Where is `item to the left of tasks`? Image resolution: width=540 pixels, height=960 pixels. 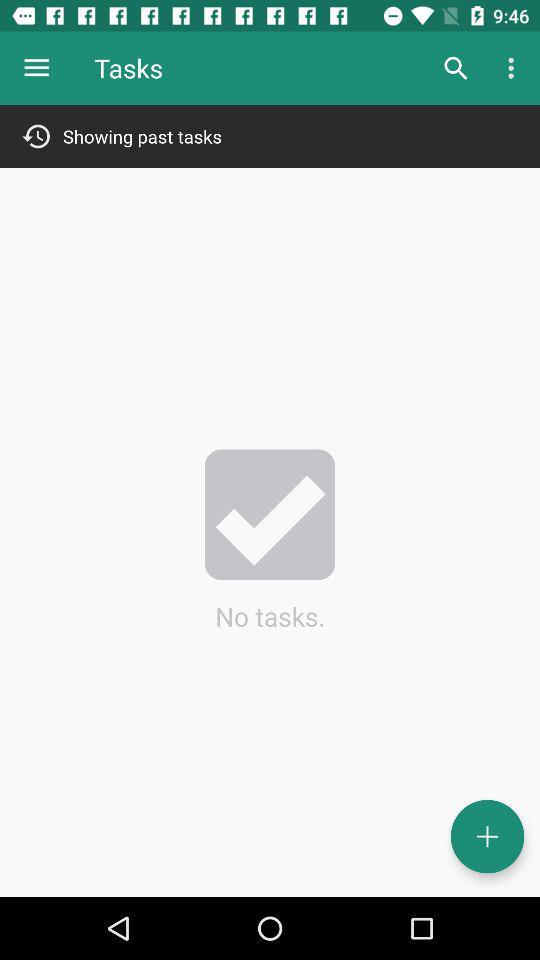
item to the left of tasks is located at coordinates (36, 68).